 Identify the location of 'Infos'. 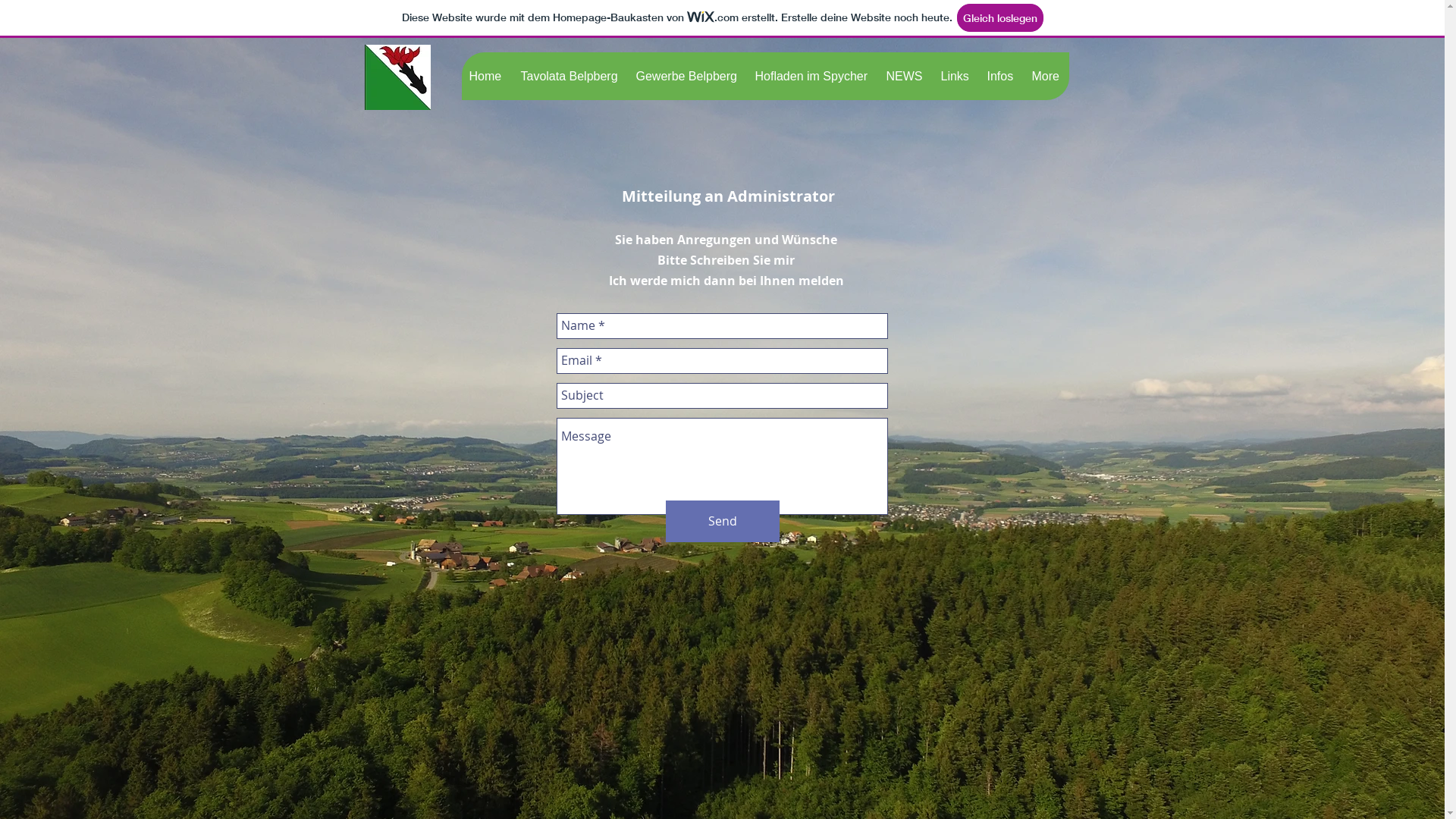
(1000, 76).